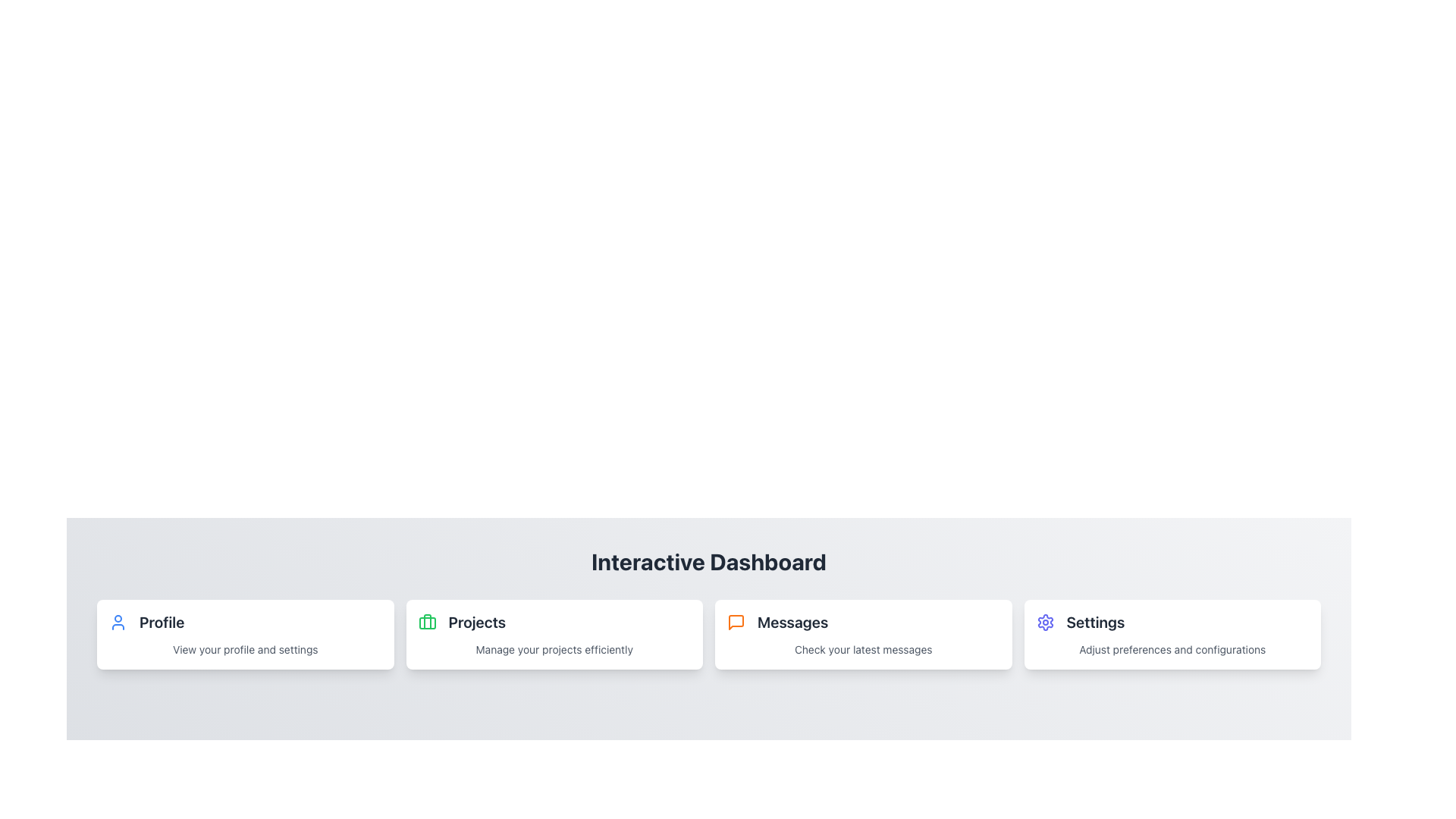 The image size is (1456, 819). I want to click on the text label and icon pair in the Messages card for accessibility purposes, so click(863, 623).